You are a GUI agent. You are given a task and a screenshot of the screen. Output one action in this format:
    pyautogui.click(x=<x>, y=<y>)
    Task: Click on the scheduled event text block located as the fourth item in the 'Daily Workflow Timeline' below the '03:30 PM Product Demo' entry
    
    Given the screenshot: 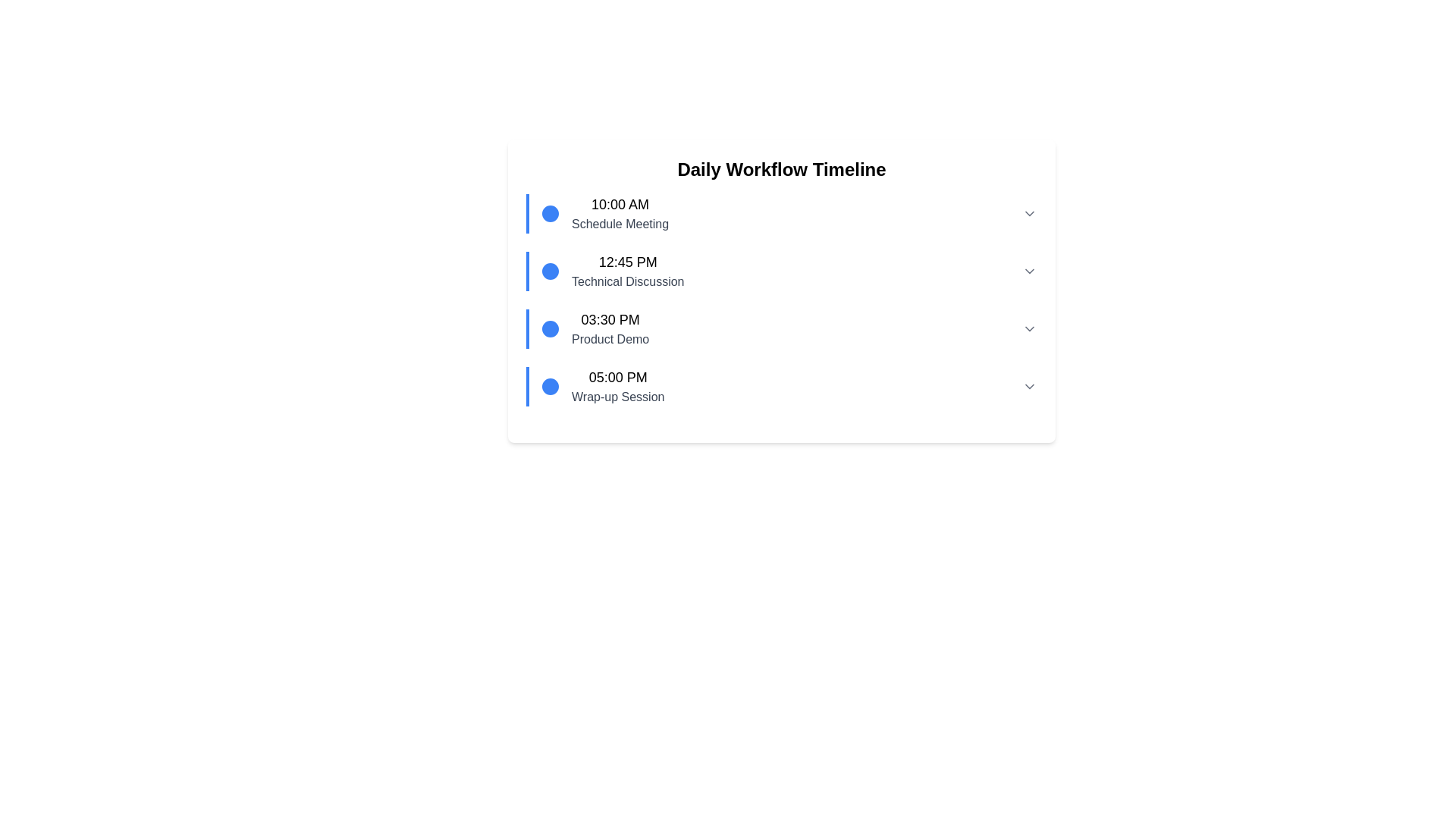 What is the action you would take?
    pyautogui.click(x=618, y=385)
    